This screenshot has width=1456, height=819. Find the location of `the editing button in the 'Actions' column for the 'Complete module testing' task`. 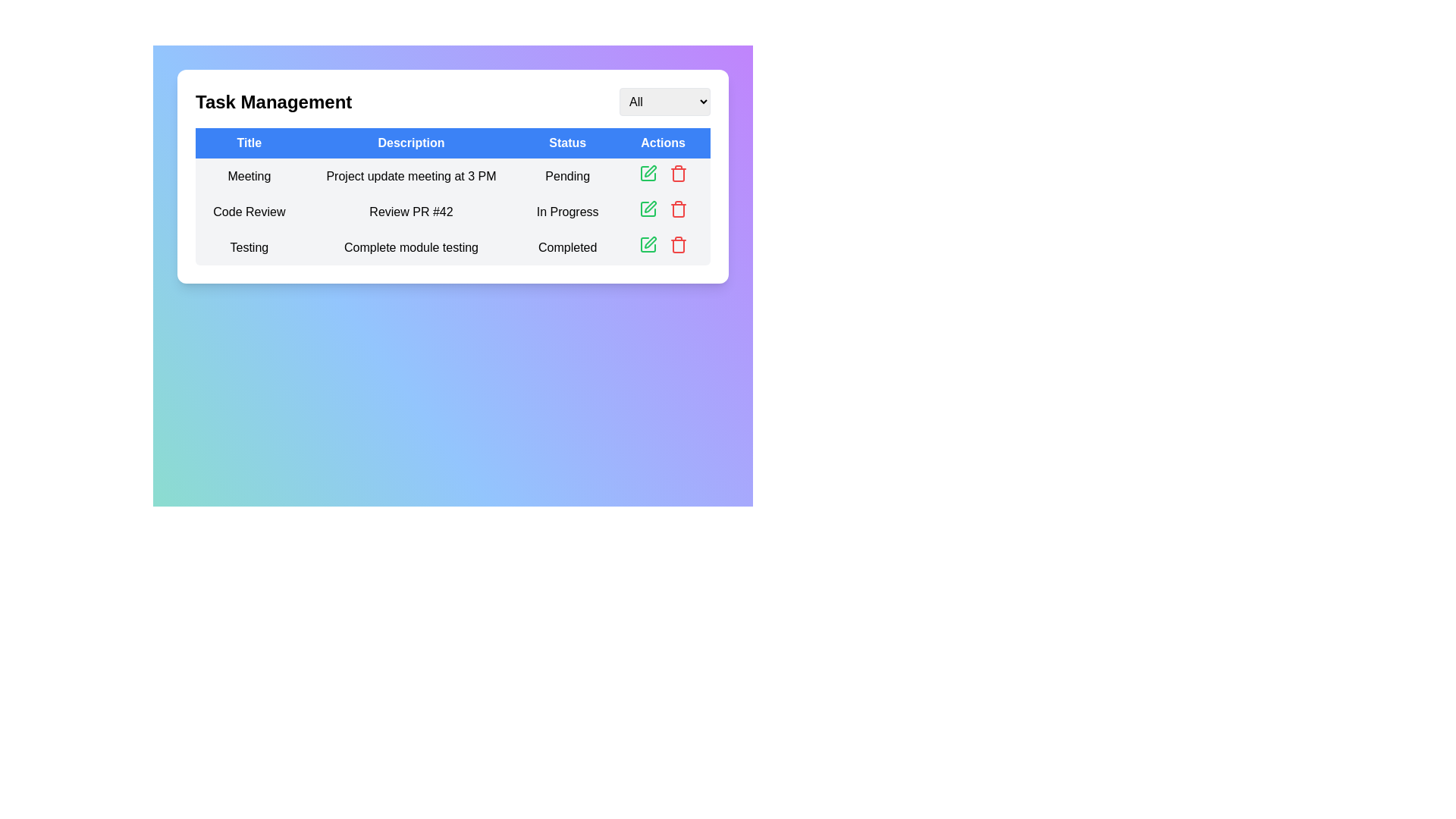

the editing button in the 'Actions' column for the 'Complete module testing' task is located at coordinates (648, 244).